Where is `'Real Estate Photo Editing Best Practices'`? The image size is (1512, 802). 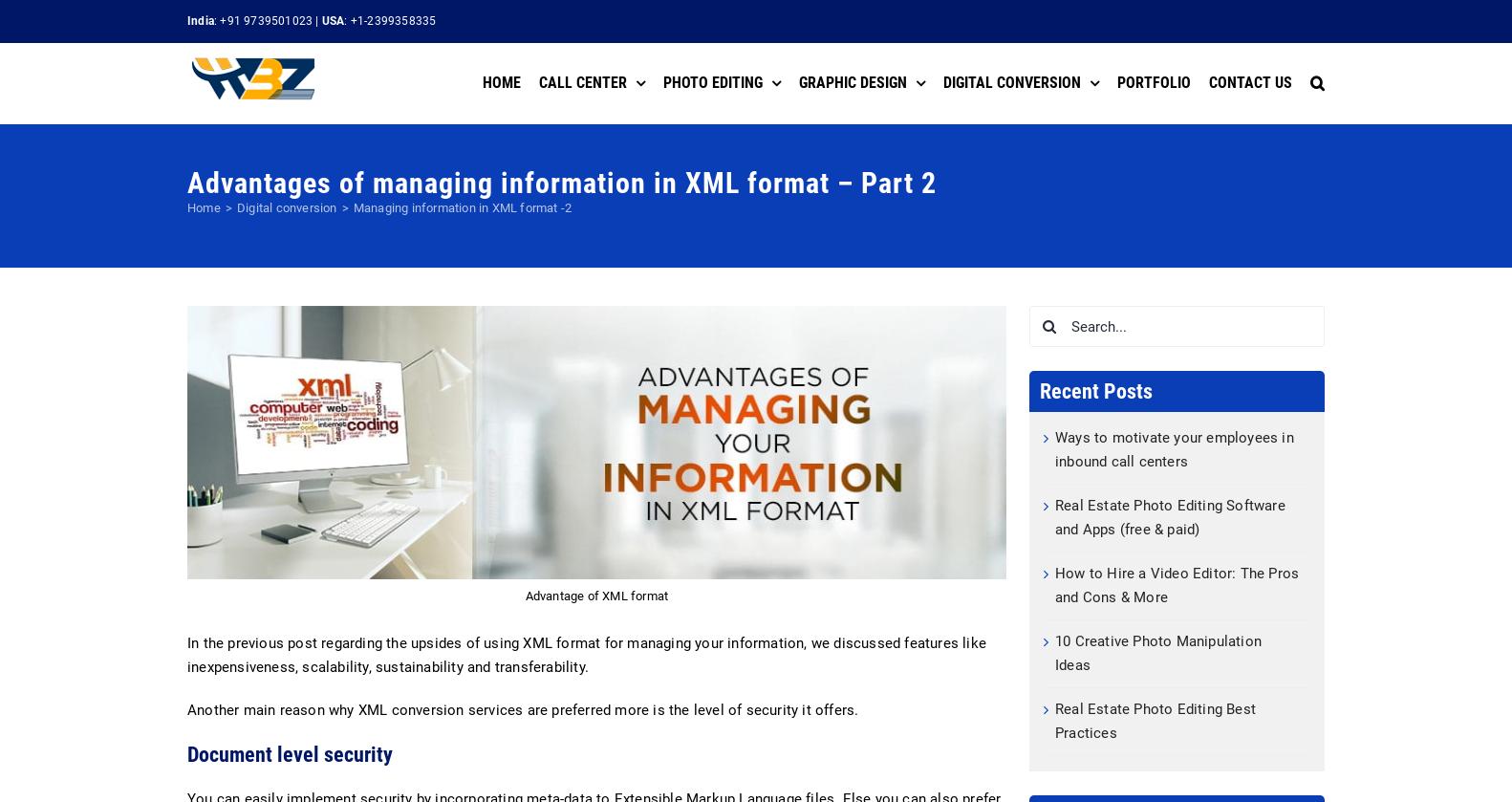 'Real Estate Photo Editing Best Practices' is located at coordinates (1055, 720).